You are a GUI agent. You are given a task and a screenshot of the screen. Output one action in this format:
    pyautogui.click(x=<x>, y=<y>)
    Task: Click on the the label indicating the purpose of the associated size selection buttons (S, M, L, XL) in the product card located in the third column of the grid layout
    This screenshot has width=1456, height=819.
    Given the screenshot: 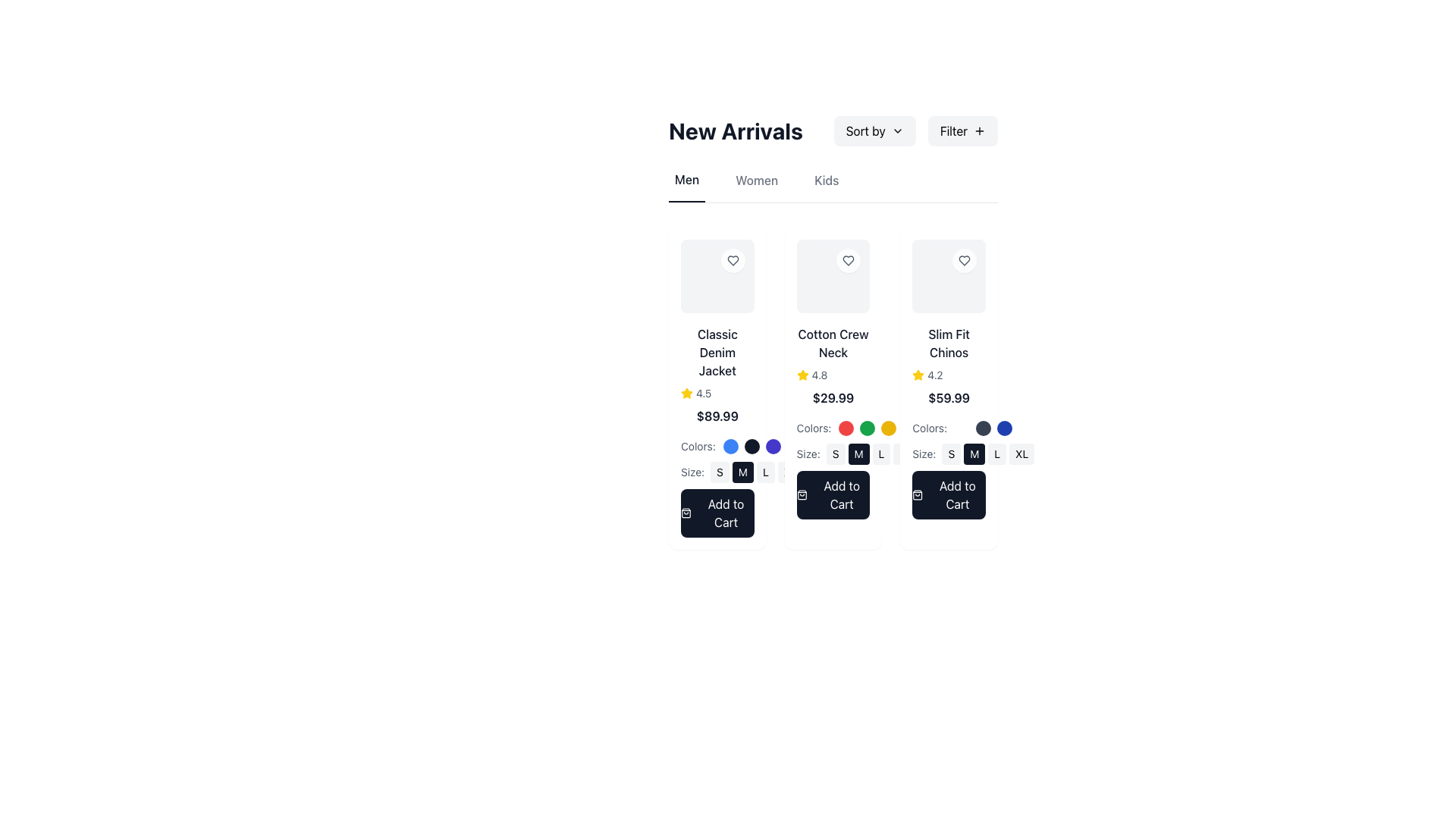 What is the action you would take?
    pyautogui.click(x=923, y=453)
    